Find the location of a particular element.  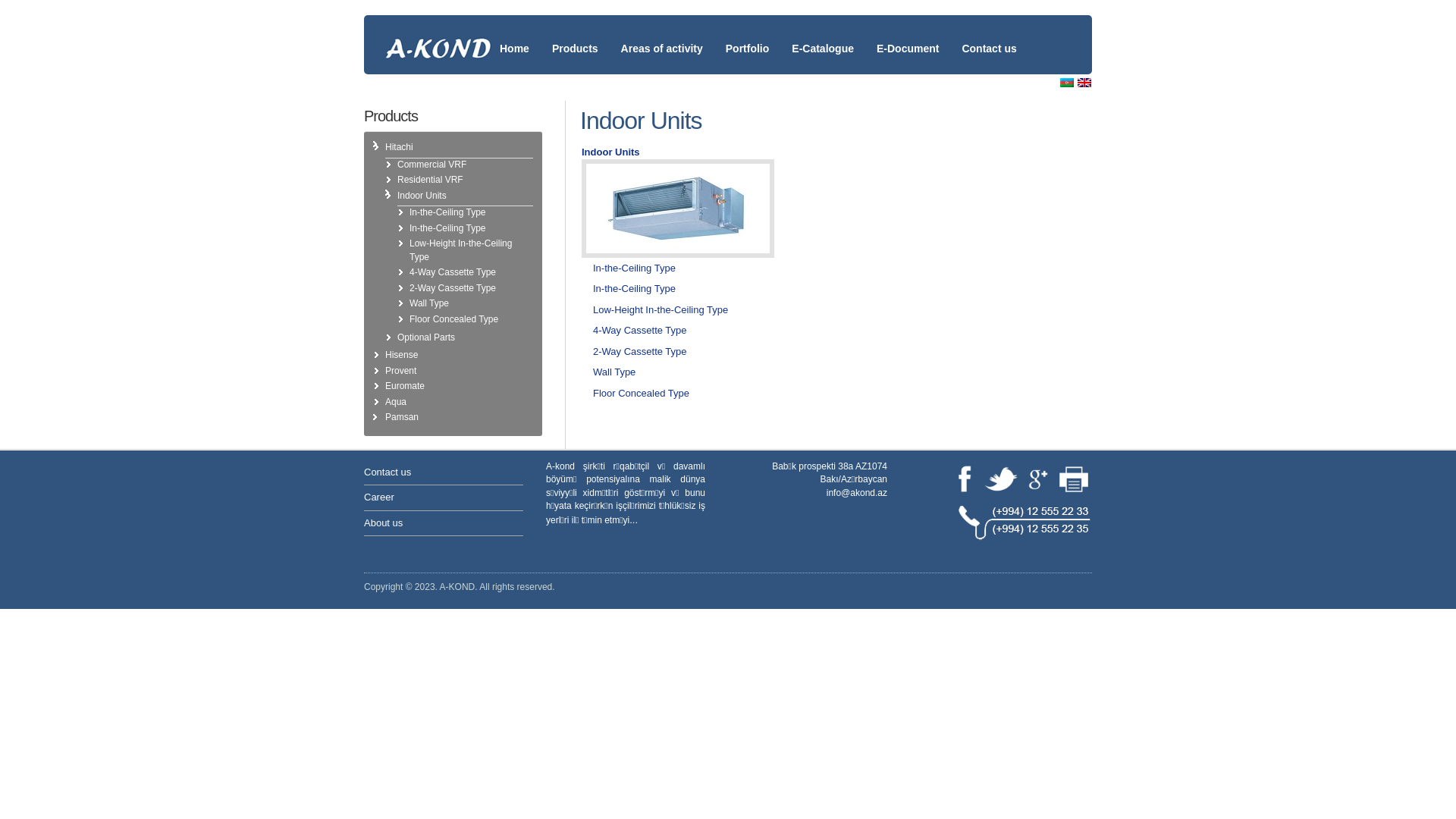

'In-the-Ceiling Type' is located at coordinates (592, 288).